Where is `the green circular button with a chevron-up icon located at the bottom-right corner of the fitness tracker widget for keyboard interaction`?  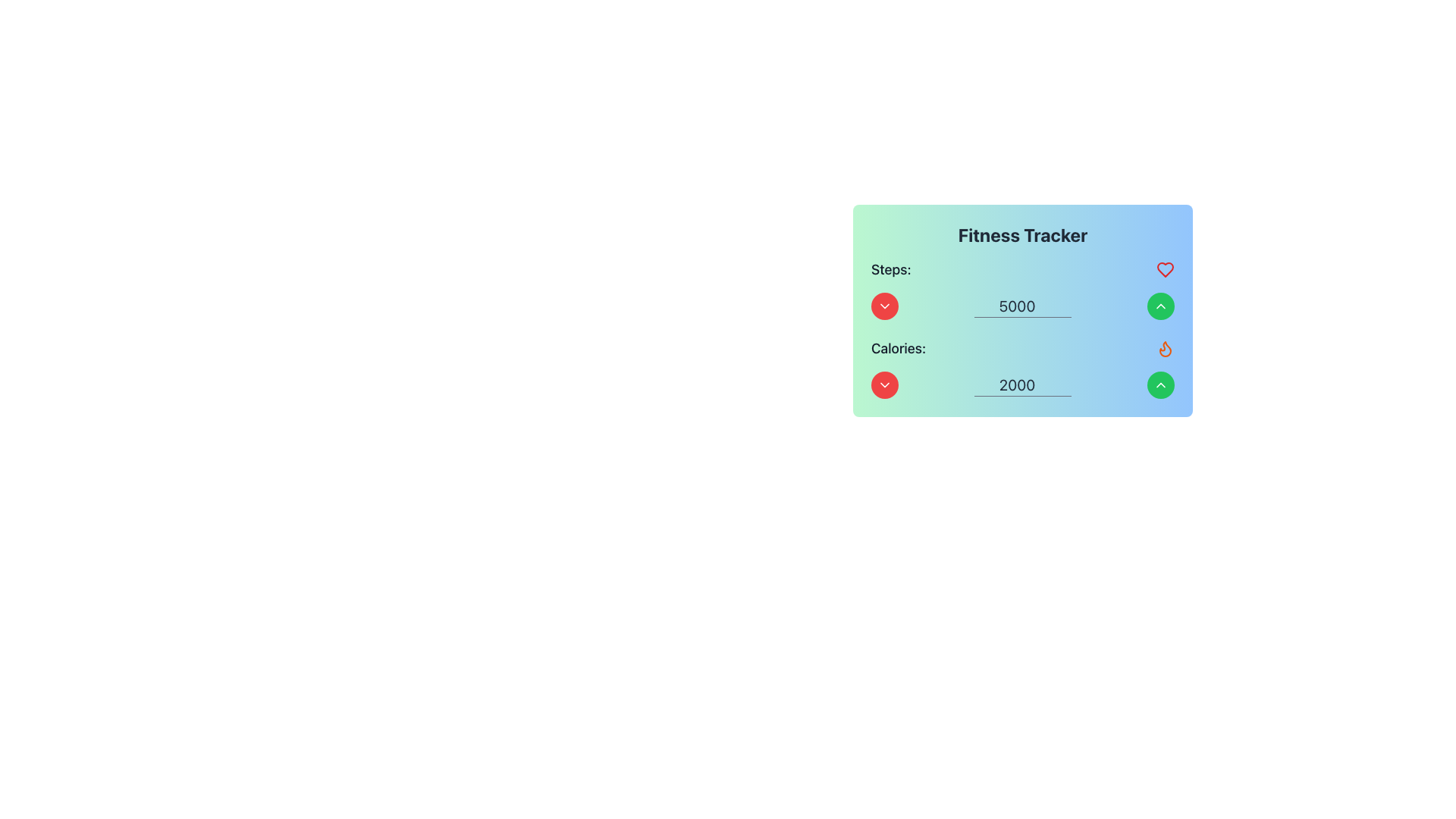
the green circular button with a chevron-up icon located at the bottom-right corner of the fitness tracker widget for keyboard interaction is located at coordinates (1160, 306).